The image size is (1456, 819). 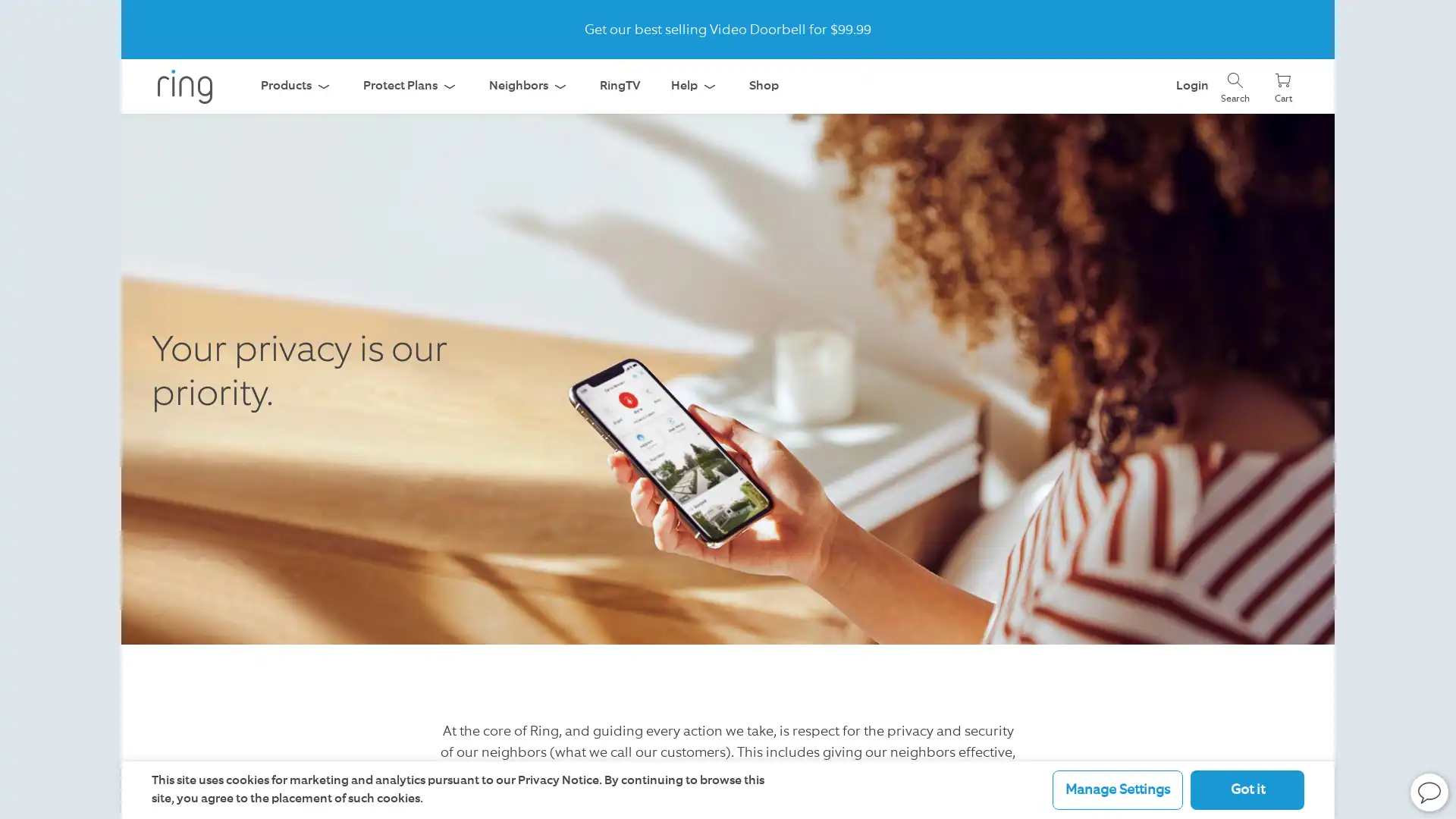 I want to click on Got it, so click(x=1247, y=789).